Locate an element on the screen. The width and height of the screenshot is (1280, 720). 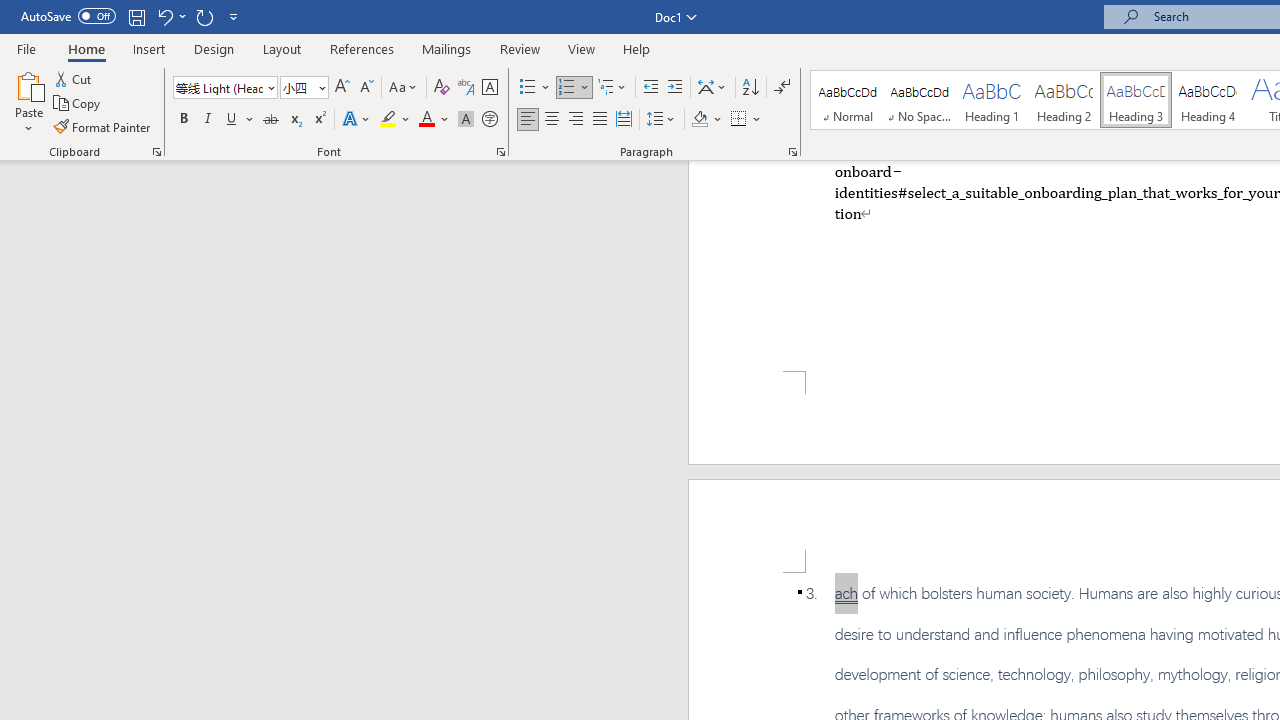
'Office Clipboard...' is located at coordinates (155, 150).